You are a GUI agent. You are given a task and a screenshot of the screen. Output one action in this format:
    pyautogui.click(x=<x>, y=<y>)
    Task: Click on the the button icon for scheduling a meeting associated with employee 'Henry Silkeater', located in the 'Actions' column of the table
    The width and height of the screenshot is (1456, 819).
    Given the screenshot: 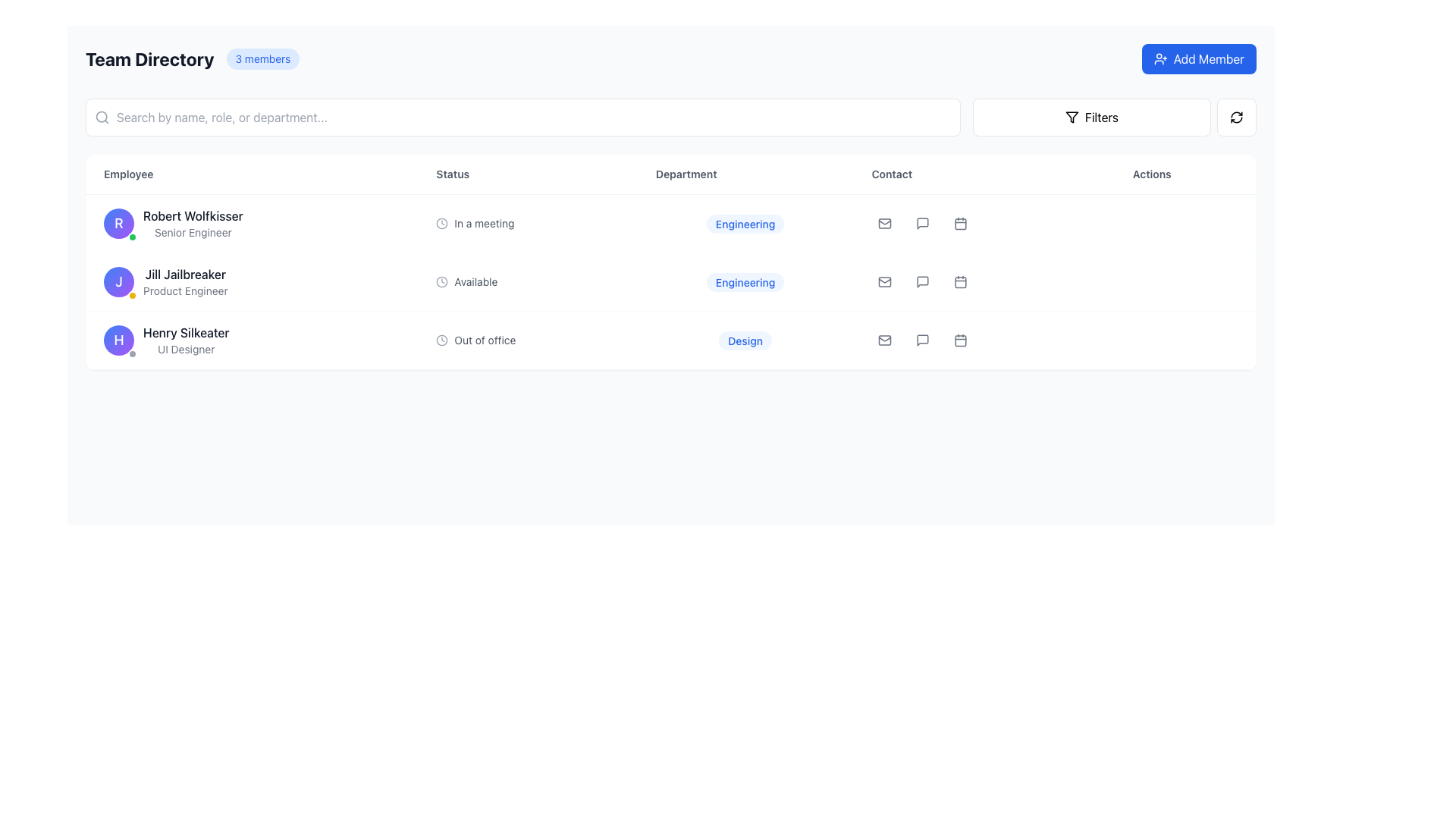 What is the action you would take?
    pyautogui.click(x=959, y=339)
    